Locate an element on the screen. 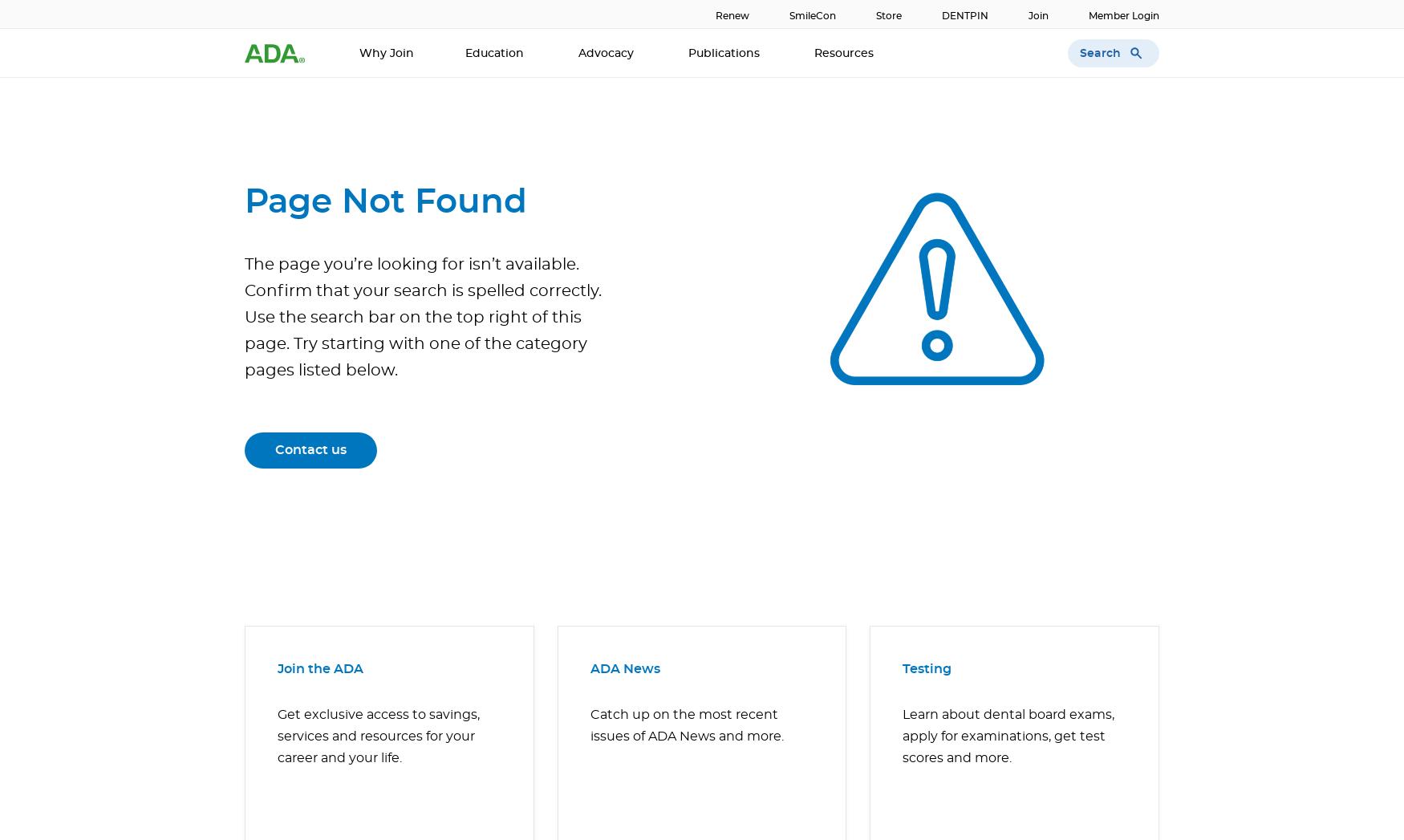 The height and width of the screenshot is (840, 1404). 'Advocacy' is located at coordinates (607, 54).